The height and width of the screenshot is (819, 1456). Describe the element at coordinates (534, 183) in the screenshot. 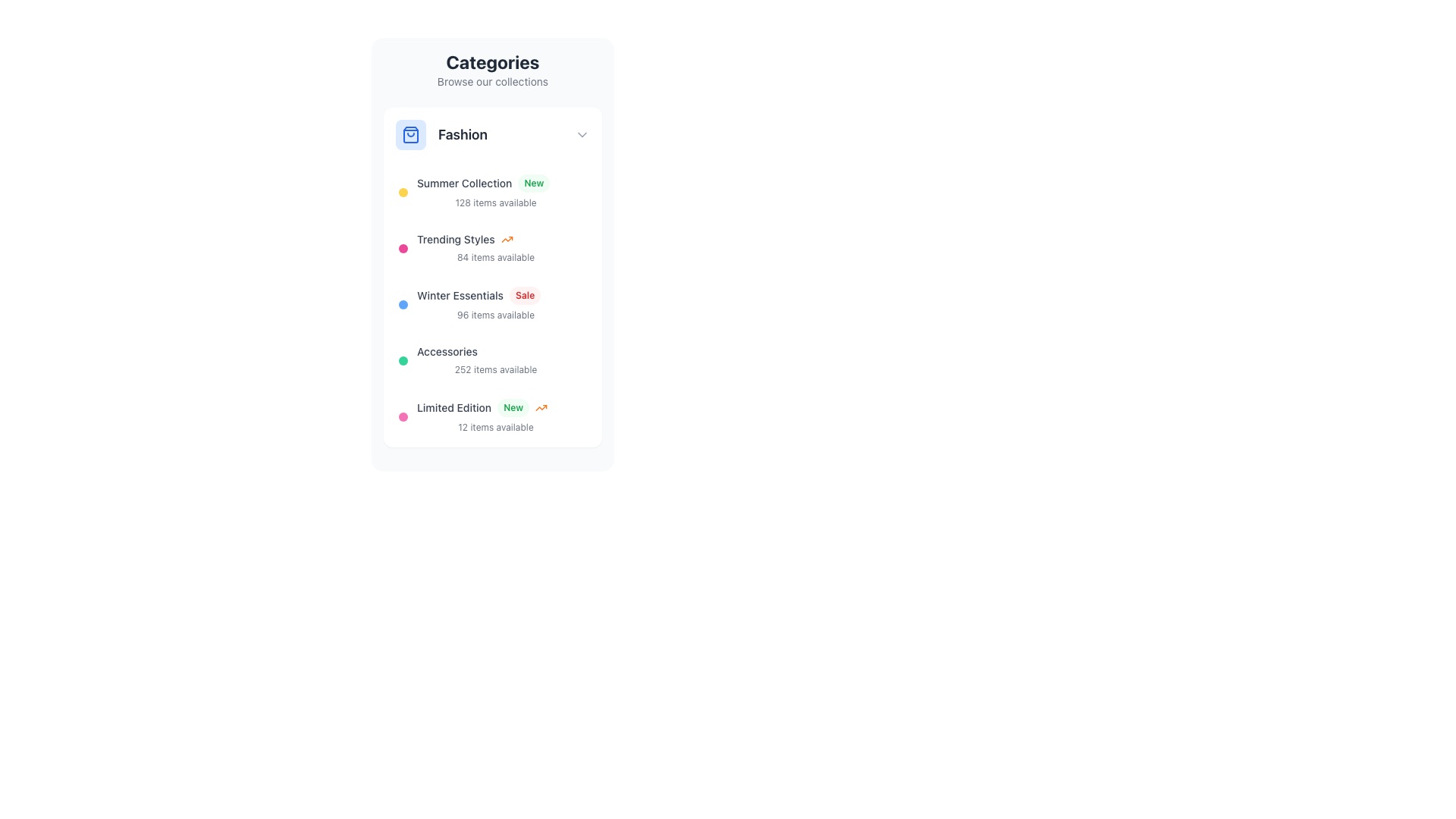

I see `the informative badge indicating the status of the 'Summer Collection' that is positioned to the right of the 'Summer Collection' text label` at that location.